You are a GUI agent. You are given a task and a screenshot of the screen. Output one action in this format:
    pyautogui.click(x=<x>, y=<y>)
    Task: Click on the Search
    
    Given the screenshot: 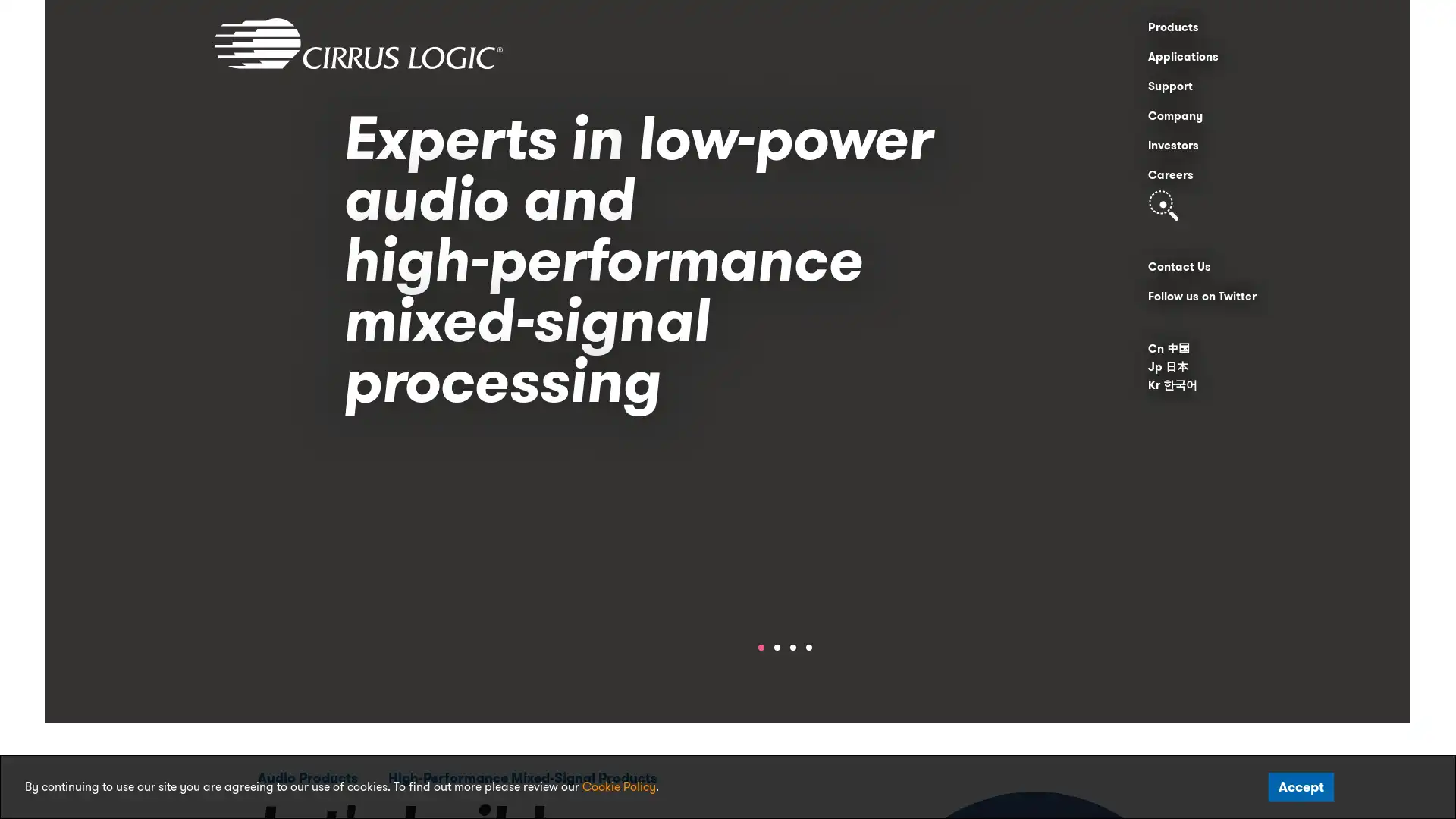 What is the action you would take?
    pyautogui.click(x=1163, y=205)
    